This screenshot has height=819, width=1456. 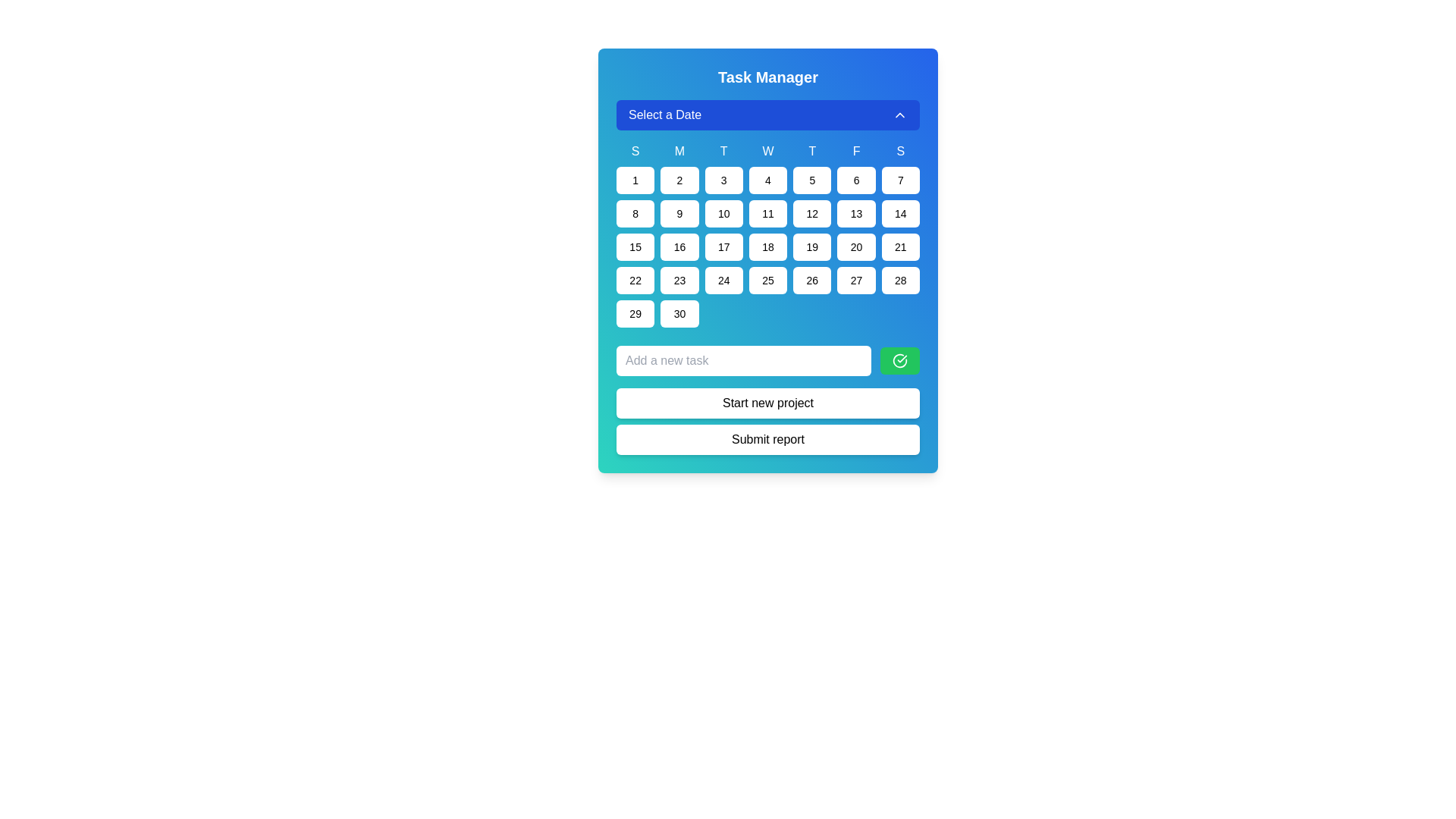 I want to click on the calendar day button labeled '3' in the second row and third column of the calendar grid in the Task Manager interface, so click(x=723, y=180).